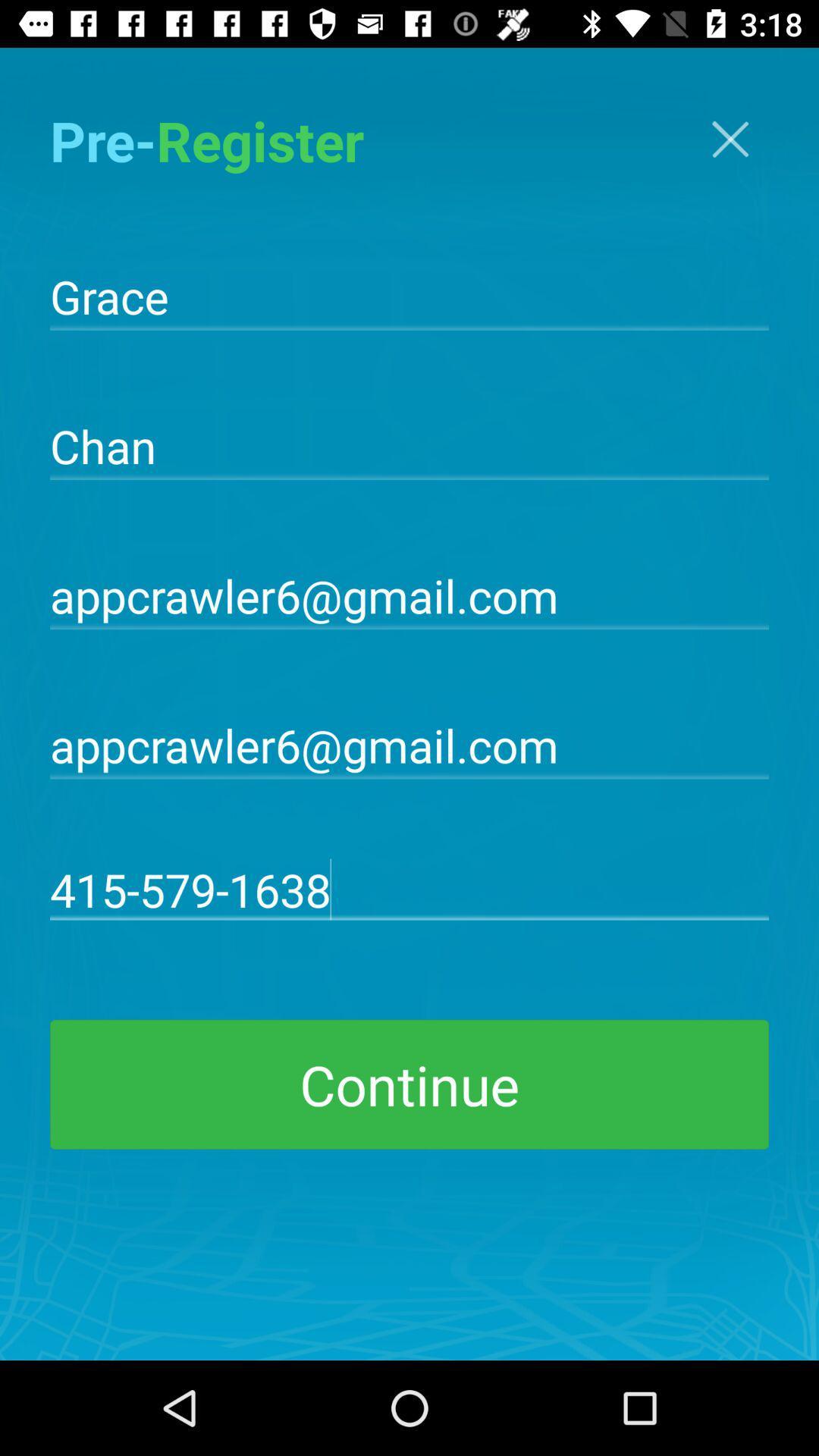 Image resolution: width=819 pixels, height=1456 pixels. Describe the element at coordinates (730, 139) in the screenshot. I see `go back` at that location.